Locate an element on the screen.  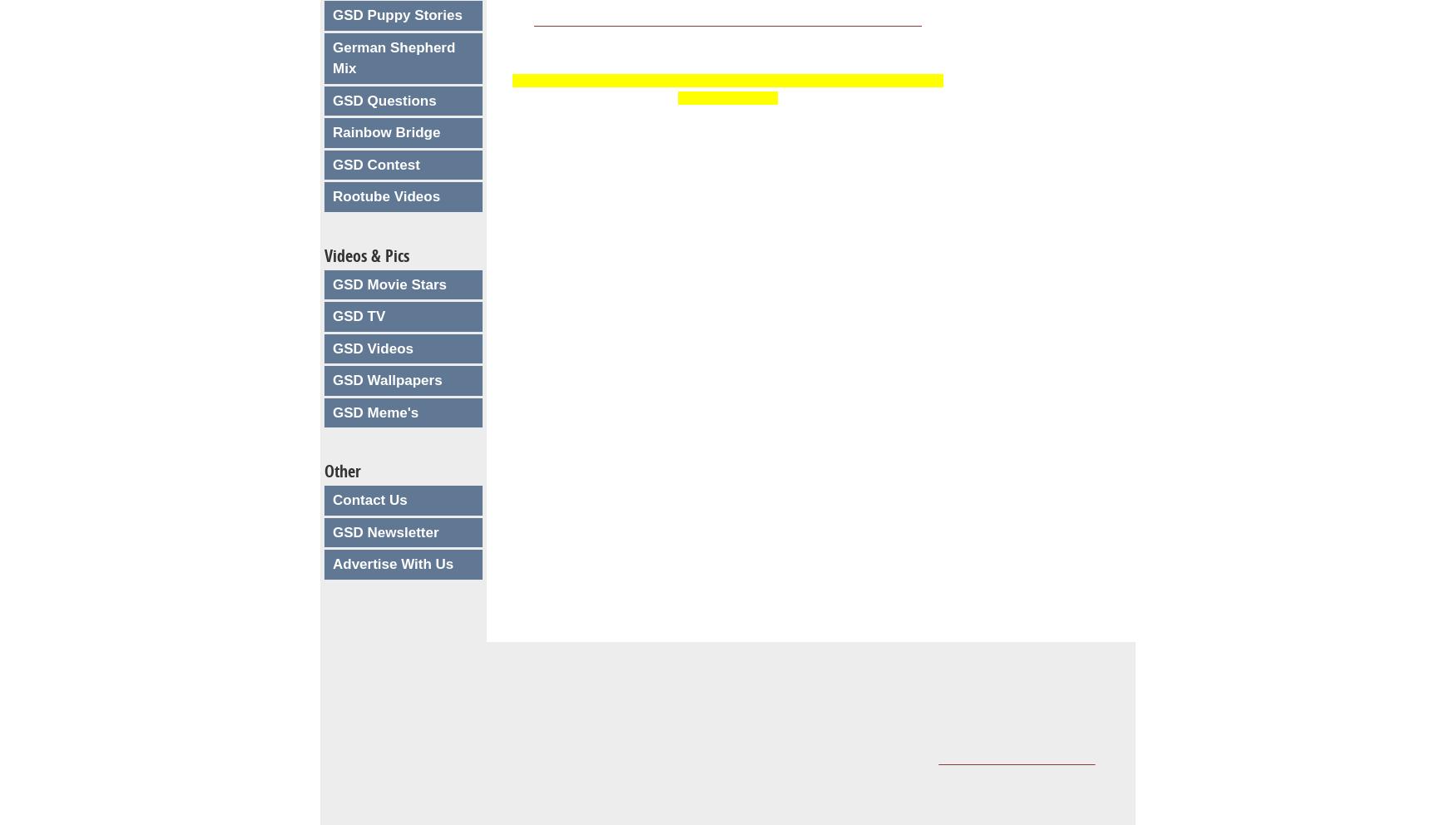
'Rootube Videos' is located at coordinates (332, 196).